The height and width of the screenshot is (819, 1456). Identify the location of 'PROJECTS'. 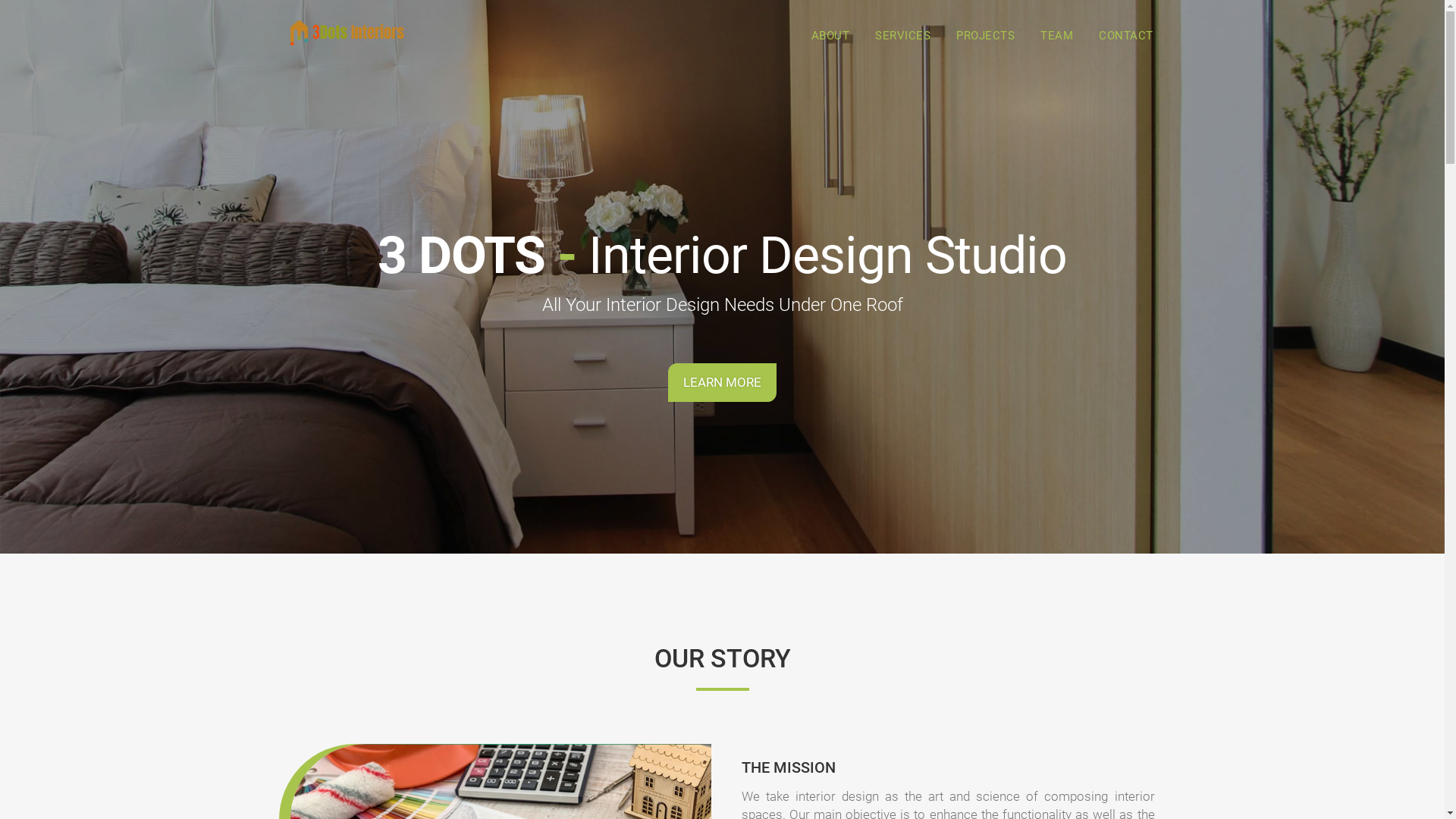
(985, 34).